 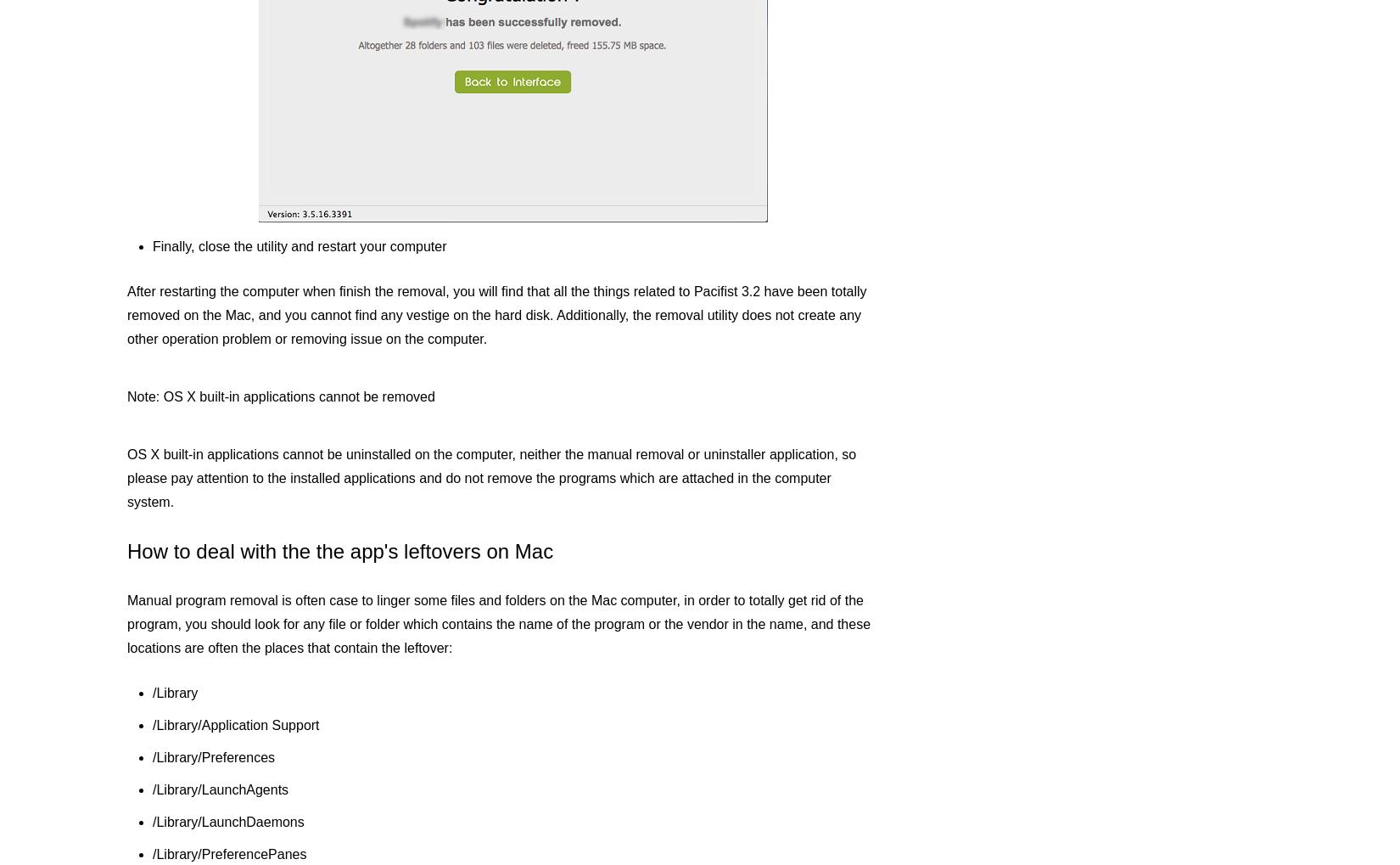 I want to click on 'After restarting the computer when finish the removal, you will find that all the things related to Pacifist 3.2  have been totally removed on the Mac, and you cannot find any vestige on the hard disk. Additionally, the removal utility does not create any other operation problem or removing issue on the computer.', so click(x=126, y=314).